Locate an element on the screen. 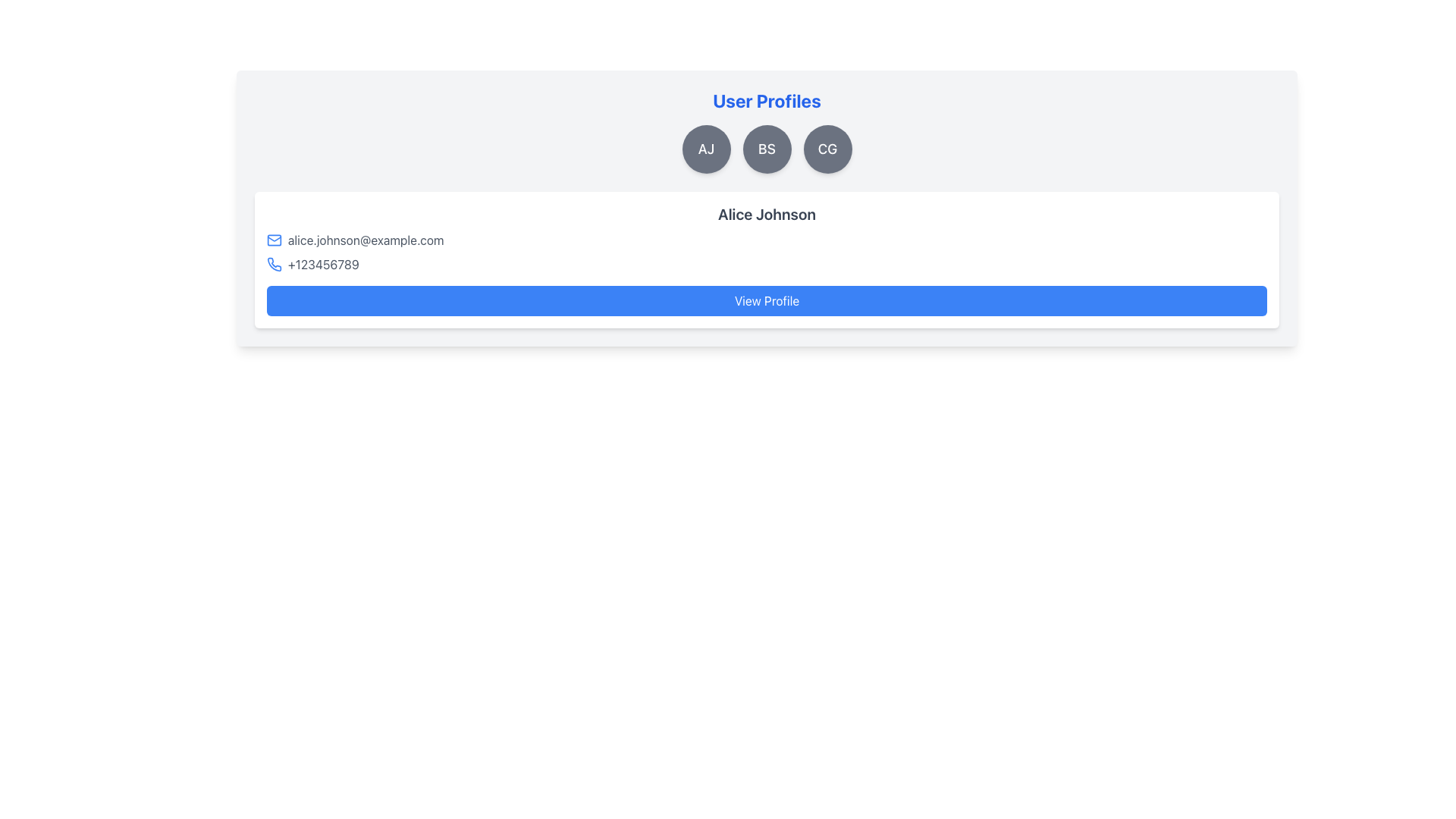 The image size is (1456, 819). the circular grey button labeled 'CG' is located at coordinates (827, 149).